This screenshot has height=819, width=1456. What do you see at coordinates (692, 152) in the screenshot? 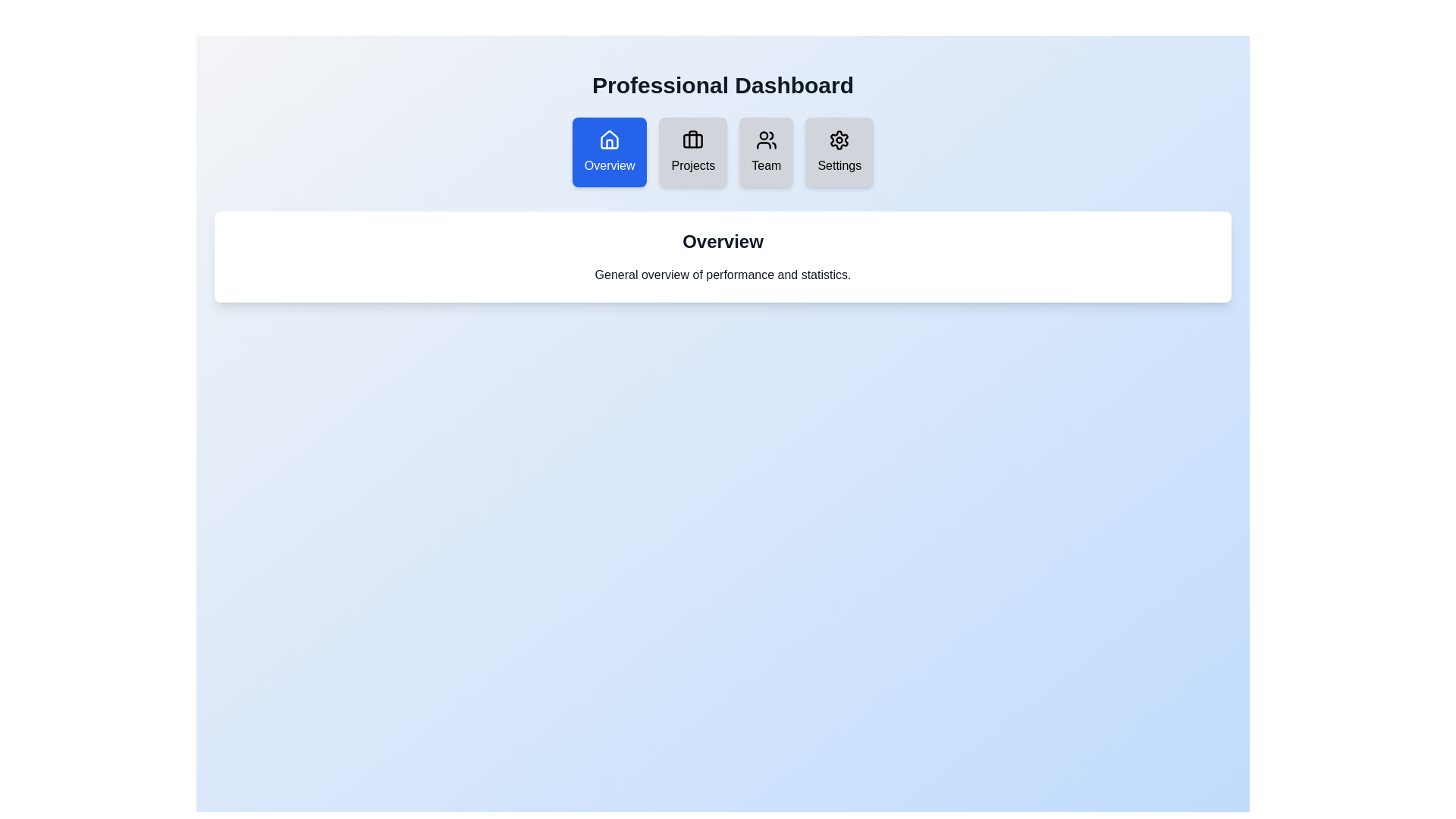
I see `the Projects tab by clicking on it` at bounding box center [692, 152].